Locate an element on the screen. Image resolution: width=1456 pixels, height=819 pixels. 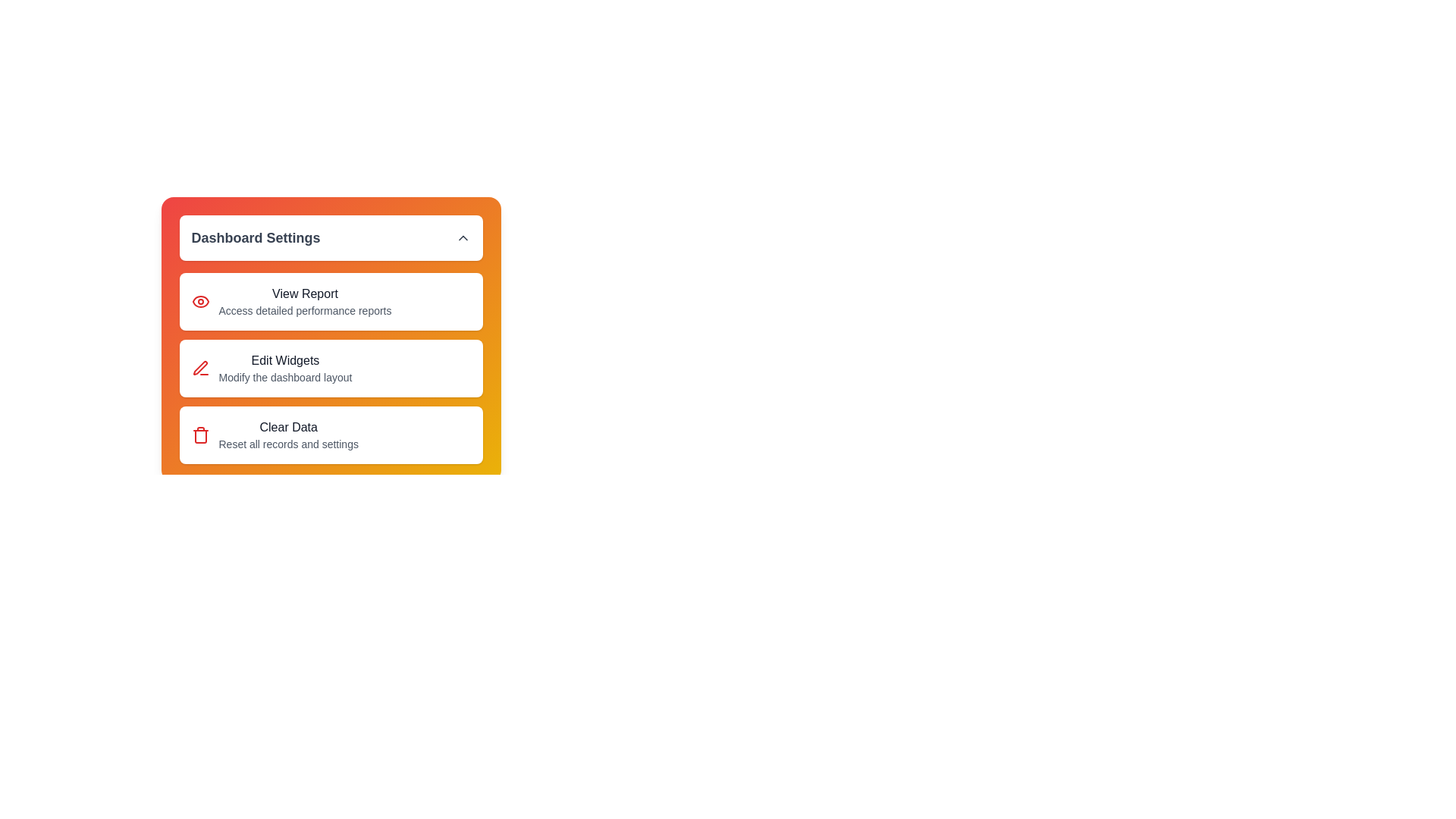
the menu option Clear Data is located at coordinates (330, 435).